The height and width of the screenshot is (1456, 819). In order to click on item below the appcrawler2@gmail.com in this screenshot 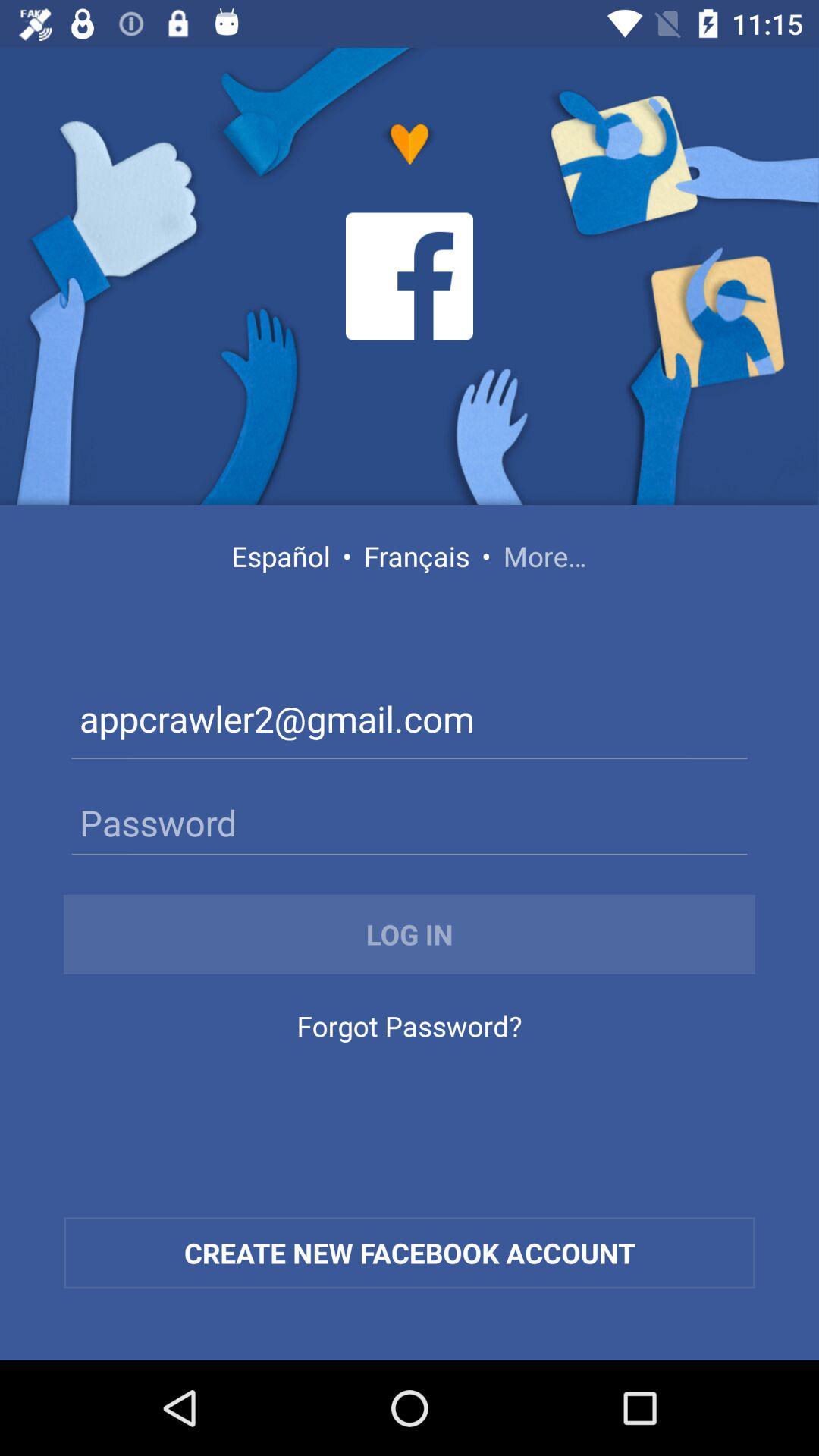, I will do `click(409, 821)`.